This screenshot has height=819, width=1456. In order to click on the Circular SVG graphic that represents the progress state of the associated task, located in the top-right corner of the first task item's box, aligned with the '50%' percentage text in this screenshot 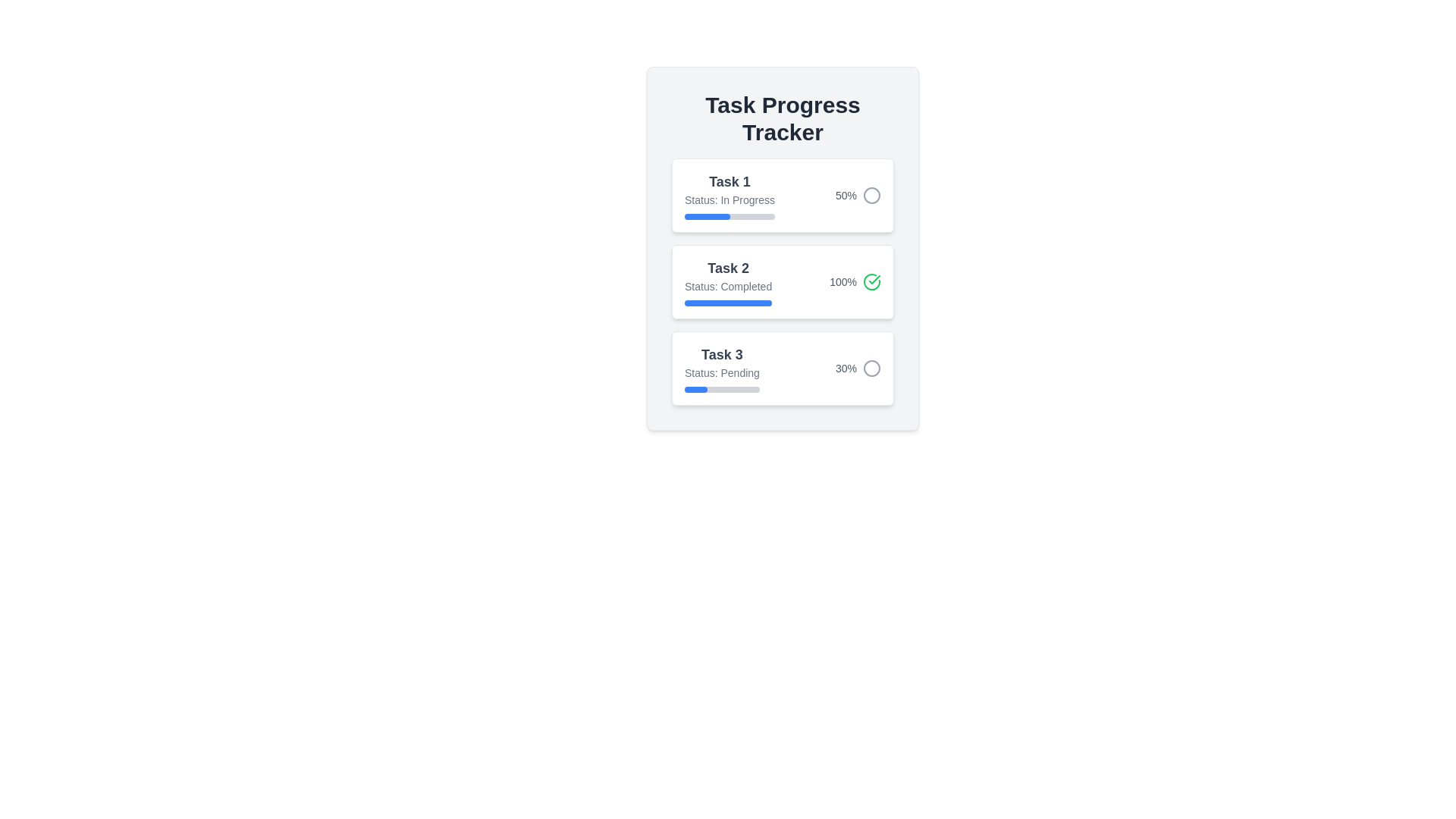, I will do `click(872, 195)`.